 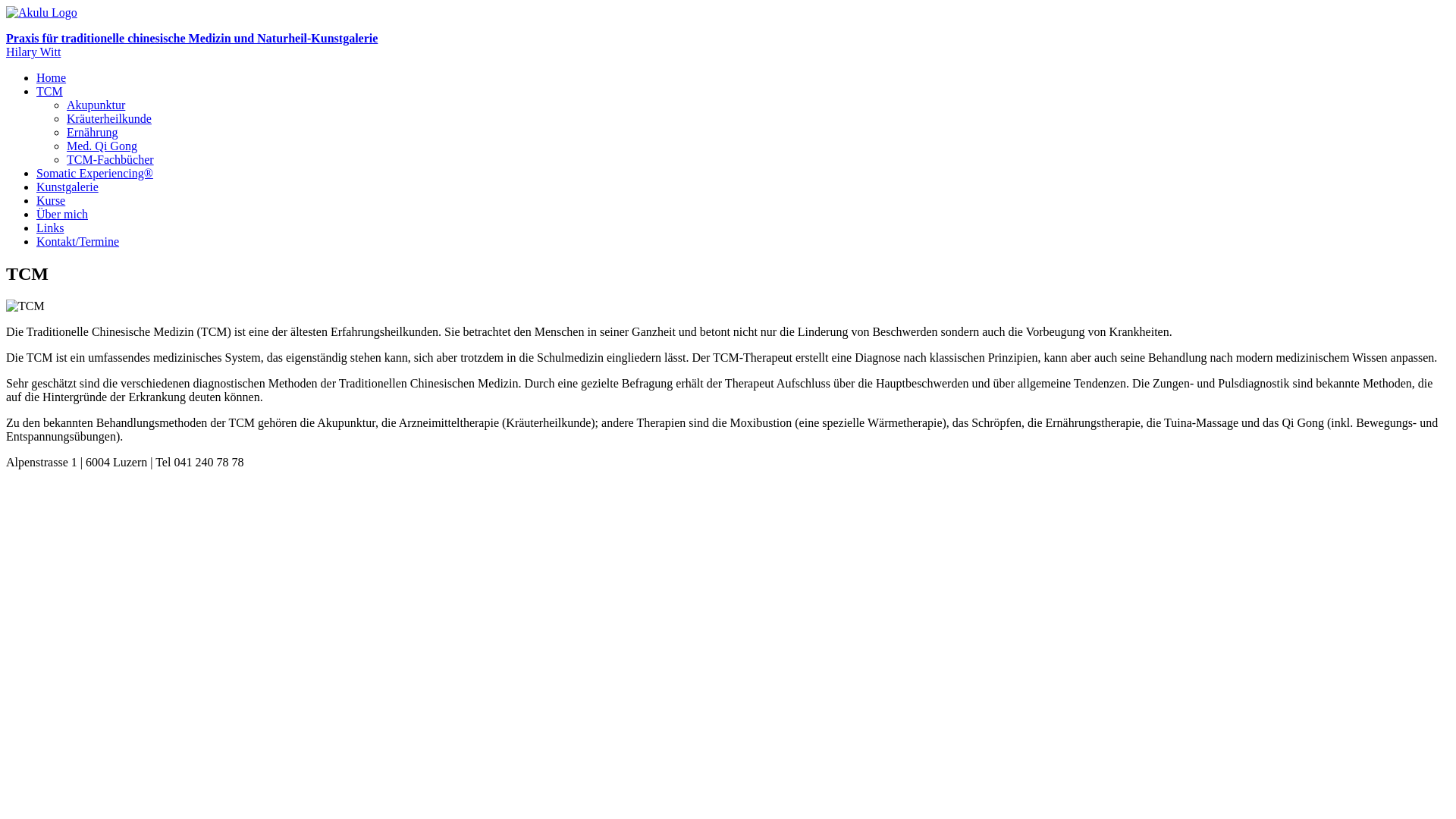 What do you see at coordinates (77, 240) in the screenshot?
I see `'Kontakt/Termine'` at bounding box center [77, 240].